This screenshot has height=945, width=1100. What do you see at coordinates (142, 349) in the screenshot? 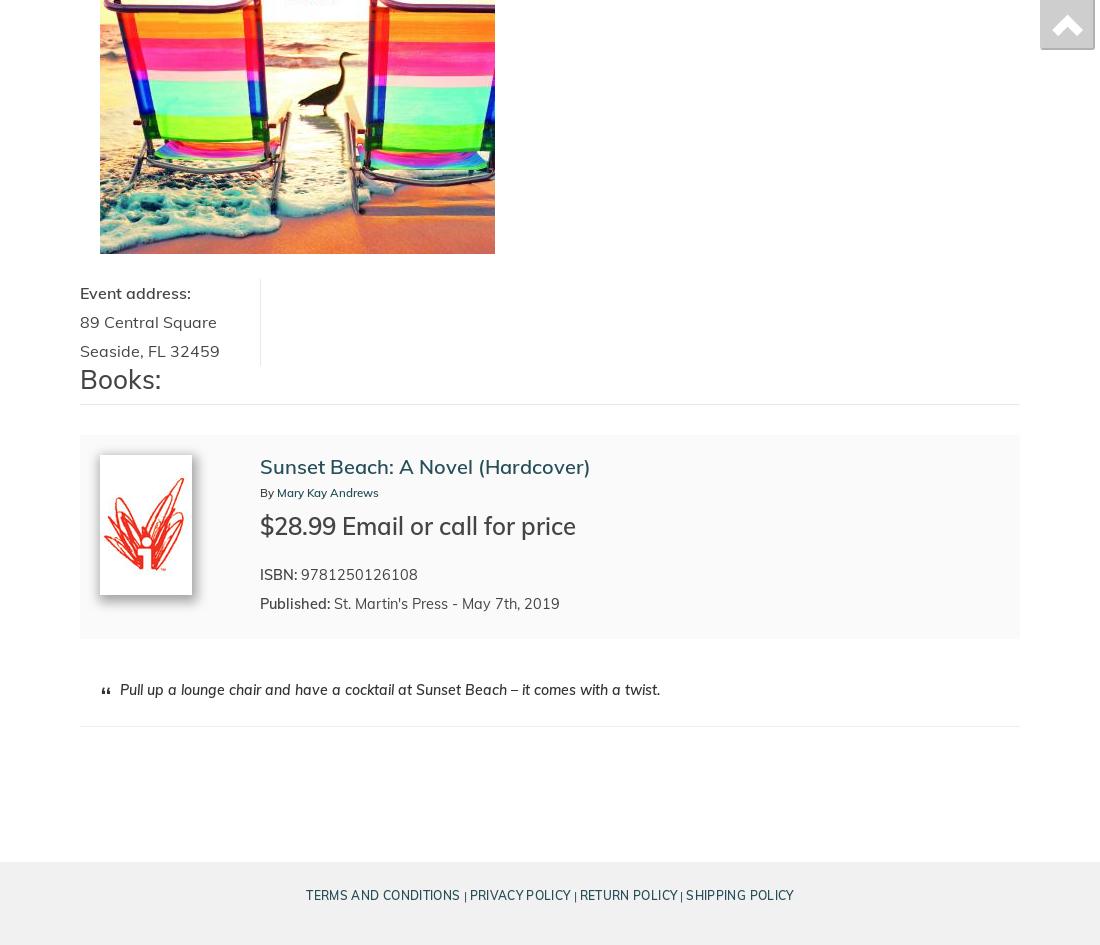
I see `','` at bounding box center [142, 349].